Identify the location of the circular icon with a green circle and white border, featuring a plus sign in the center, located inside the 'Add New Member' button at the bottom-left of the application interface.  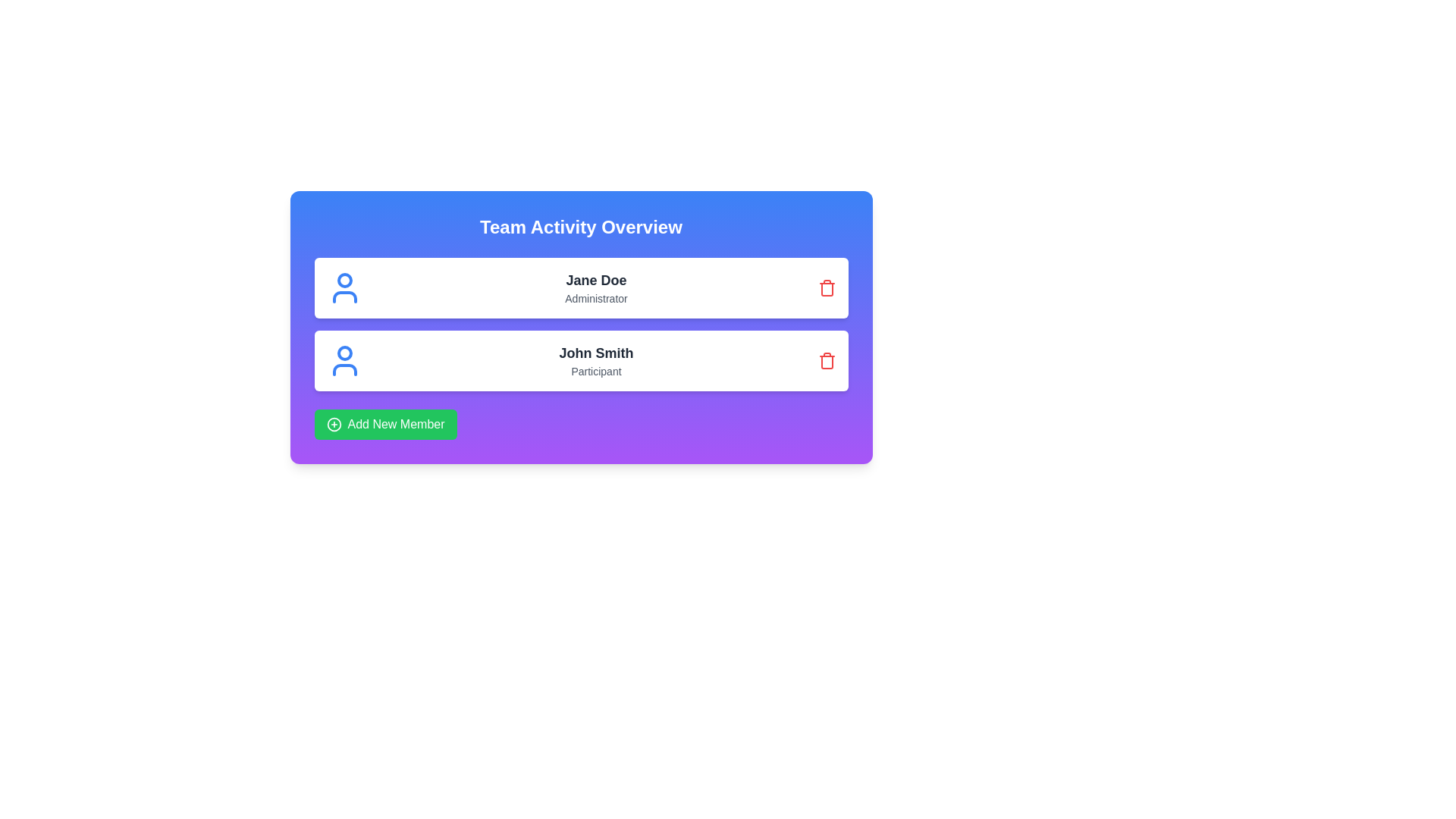
(333, 424).